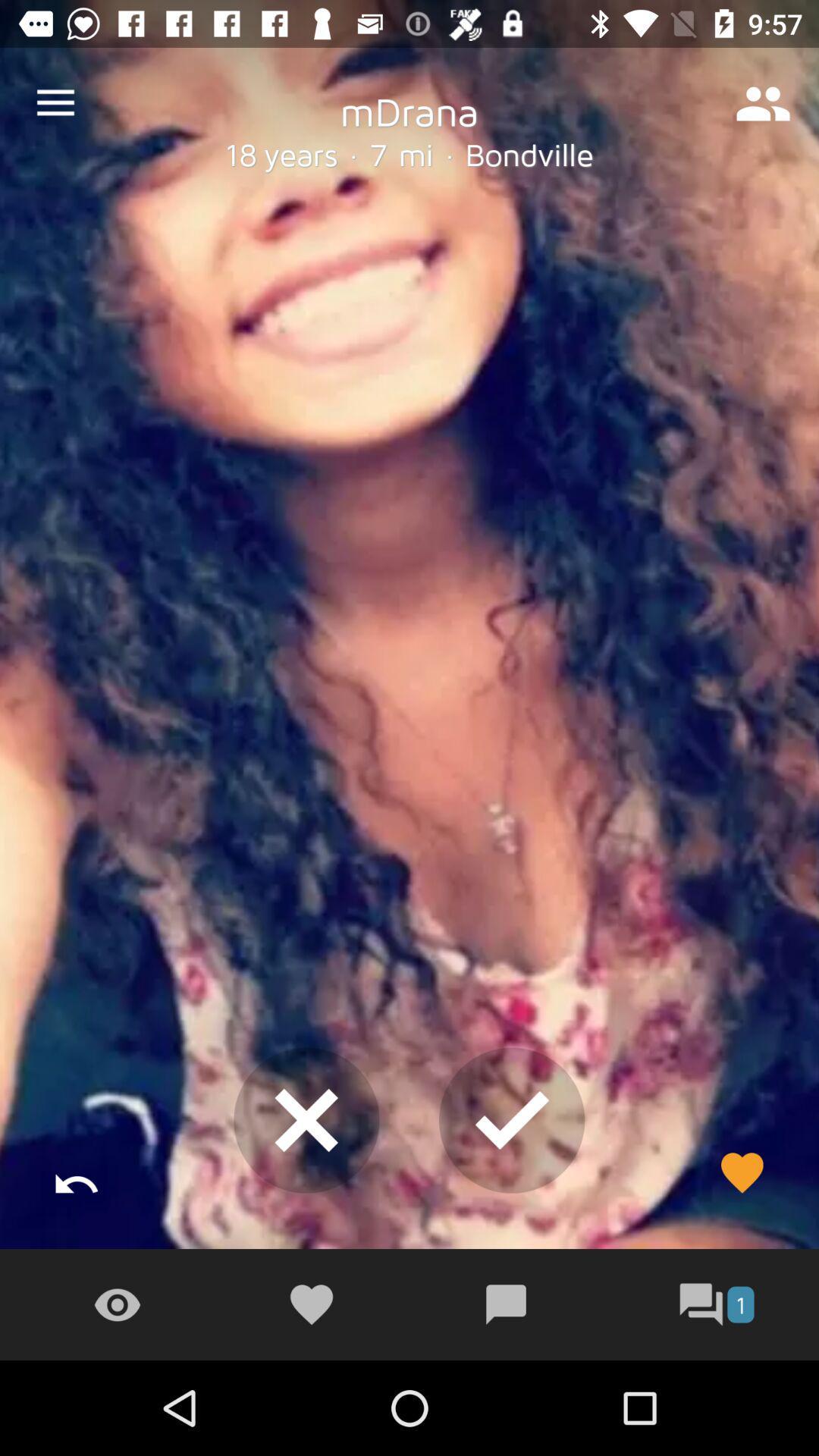  Describe the element at coordinates (306, 1120) in the screenshot. I see `the close icon` at that location.